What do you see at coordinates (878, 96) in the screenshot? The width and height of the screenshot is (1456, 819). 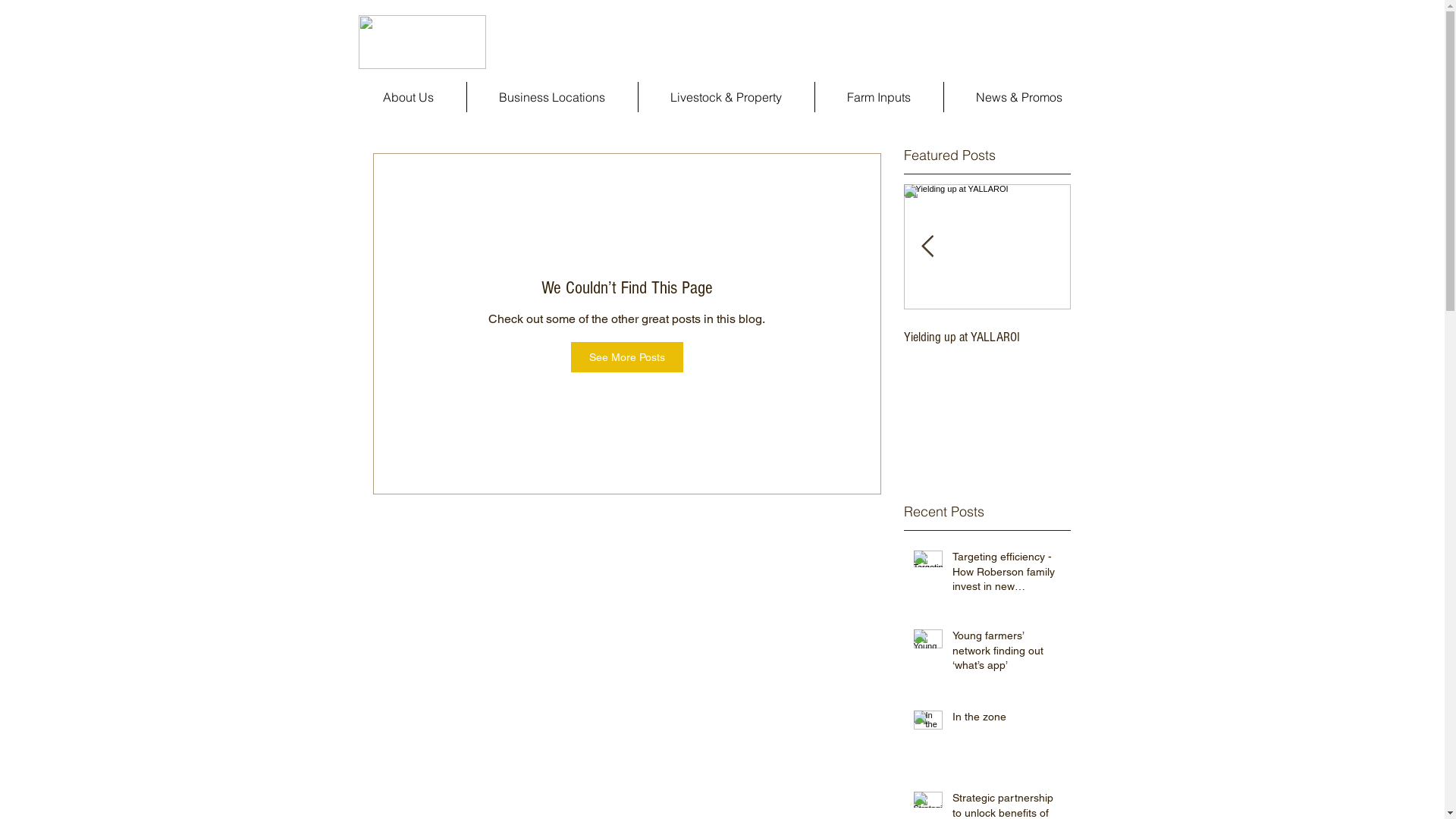 I see `'Farm Inputs'` at bounding box center [878, 96].